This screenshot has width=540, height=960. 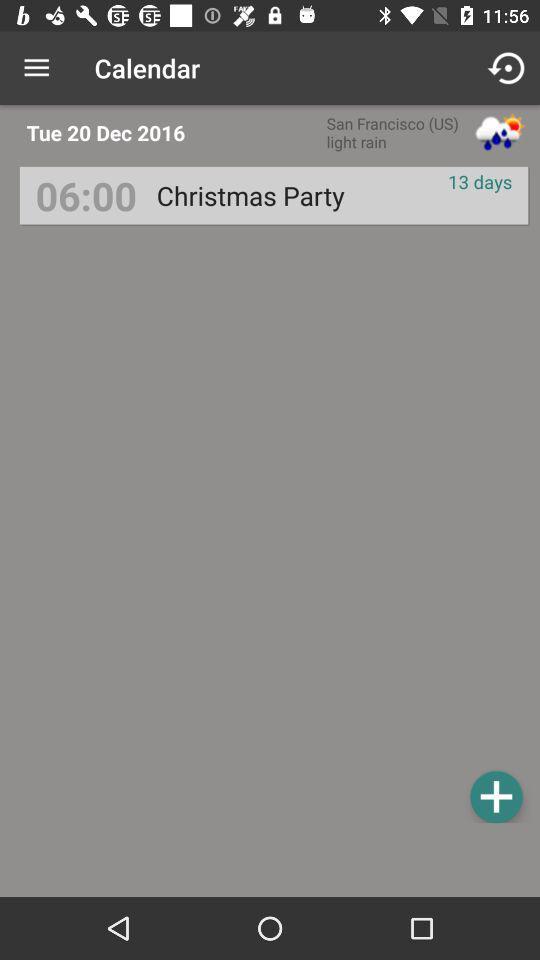 I want to click on 13 days, so click(x=479, y=181).